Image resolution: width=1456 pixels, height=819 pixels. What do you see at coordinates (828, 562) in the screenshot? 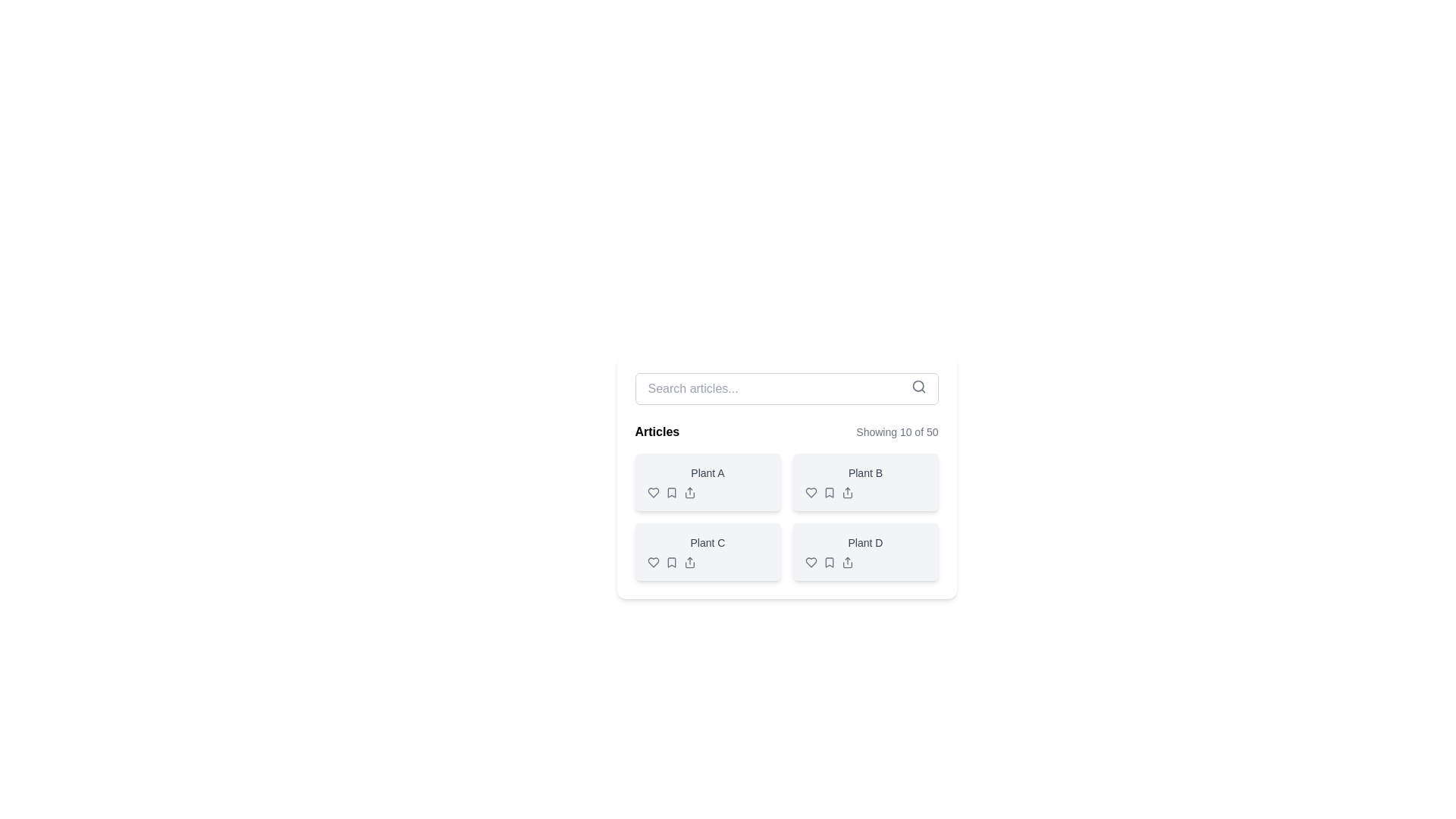
I see `the bookmark icon located in the bottom-right card of the grid under 'Plant D'` at bounding box center [828, 562].